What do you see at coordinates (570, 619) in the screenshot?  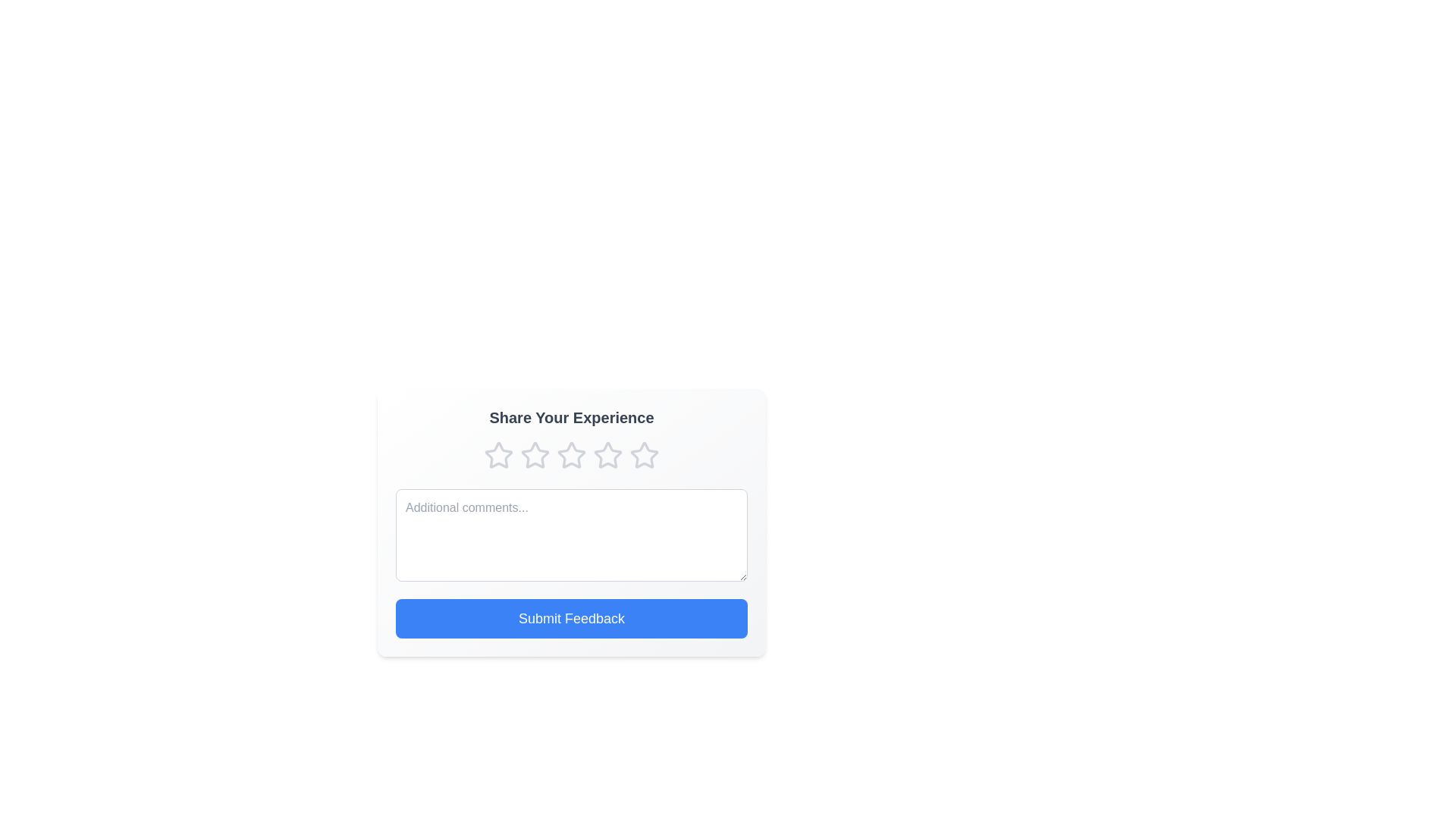 I see `the submit button located at the bottom of the 'Share Your Experience' form, directly beneath the 'Additional comments...' text area to observe the hover effect` at bounding box center [570, 619].